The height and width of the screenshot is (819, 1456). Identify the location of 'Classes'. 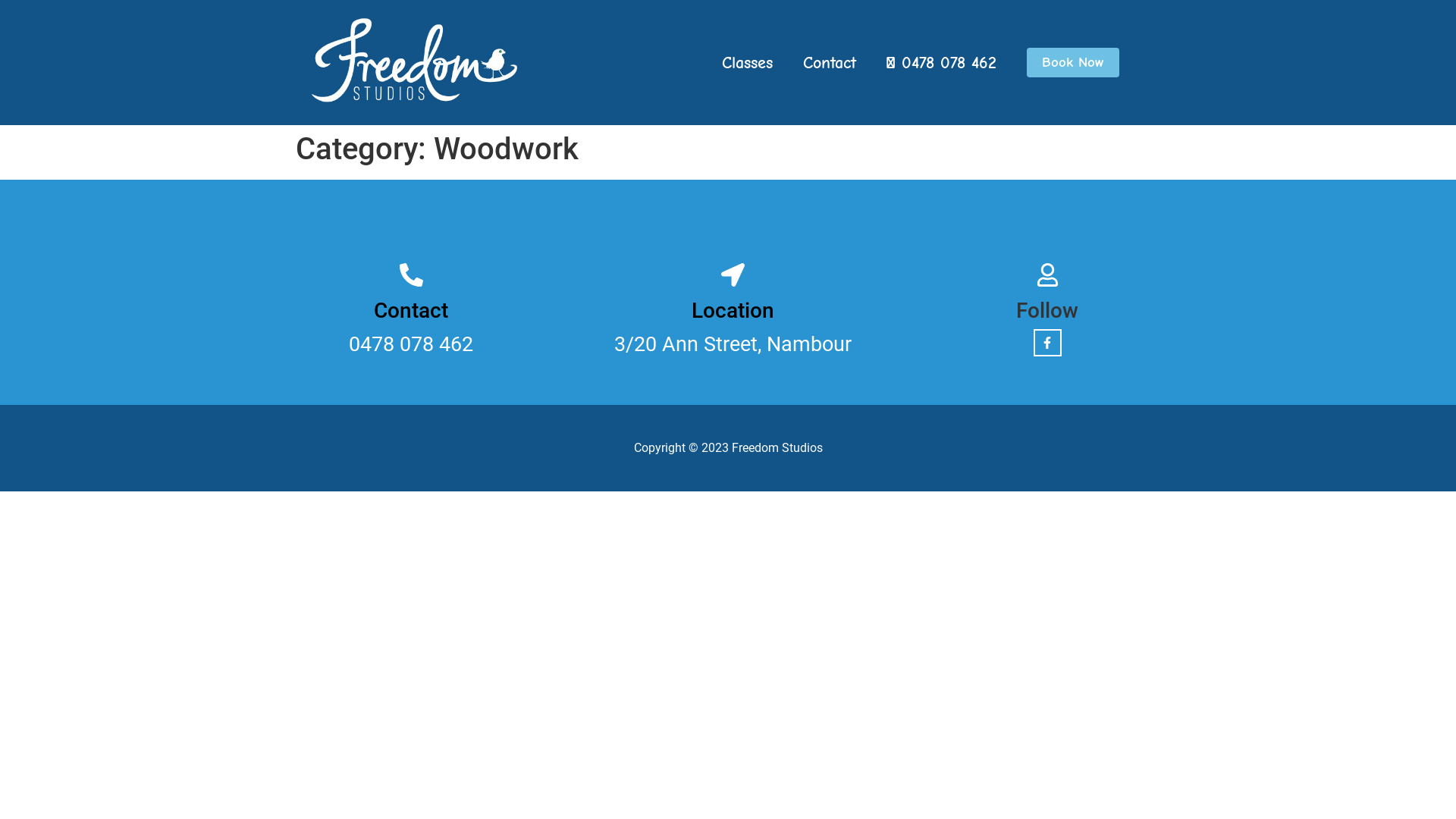
(747, 62).